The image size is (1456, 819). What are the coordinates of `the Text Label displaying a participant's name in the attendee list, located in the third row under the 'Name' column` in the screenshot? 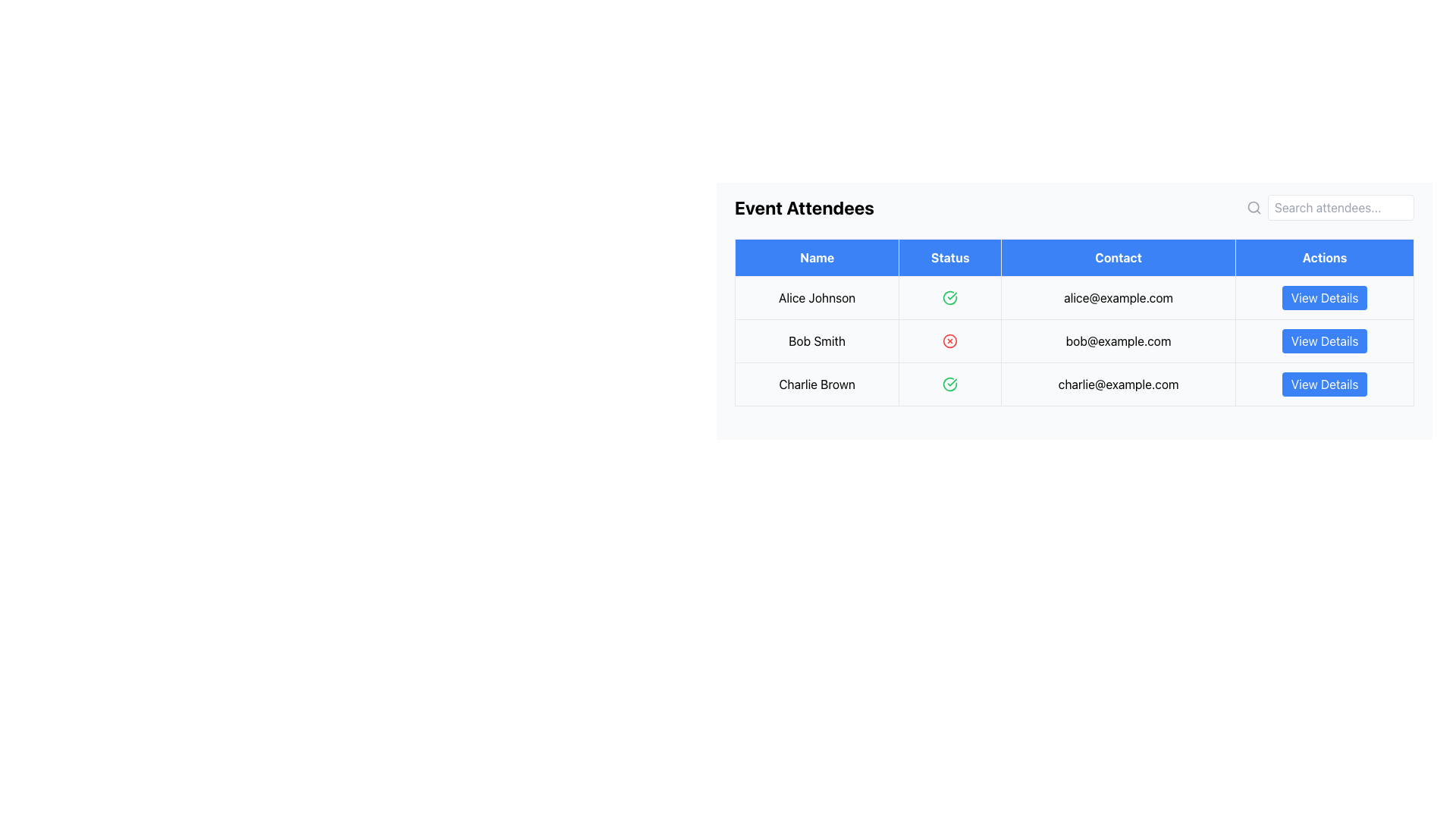 It's located at (816, 383).